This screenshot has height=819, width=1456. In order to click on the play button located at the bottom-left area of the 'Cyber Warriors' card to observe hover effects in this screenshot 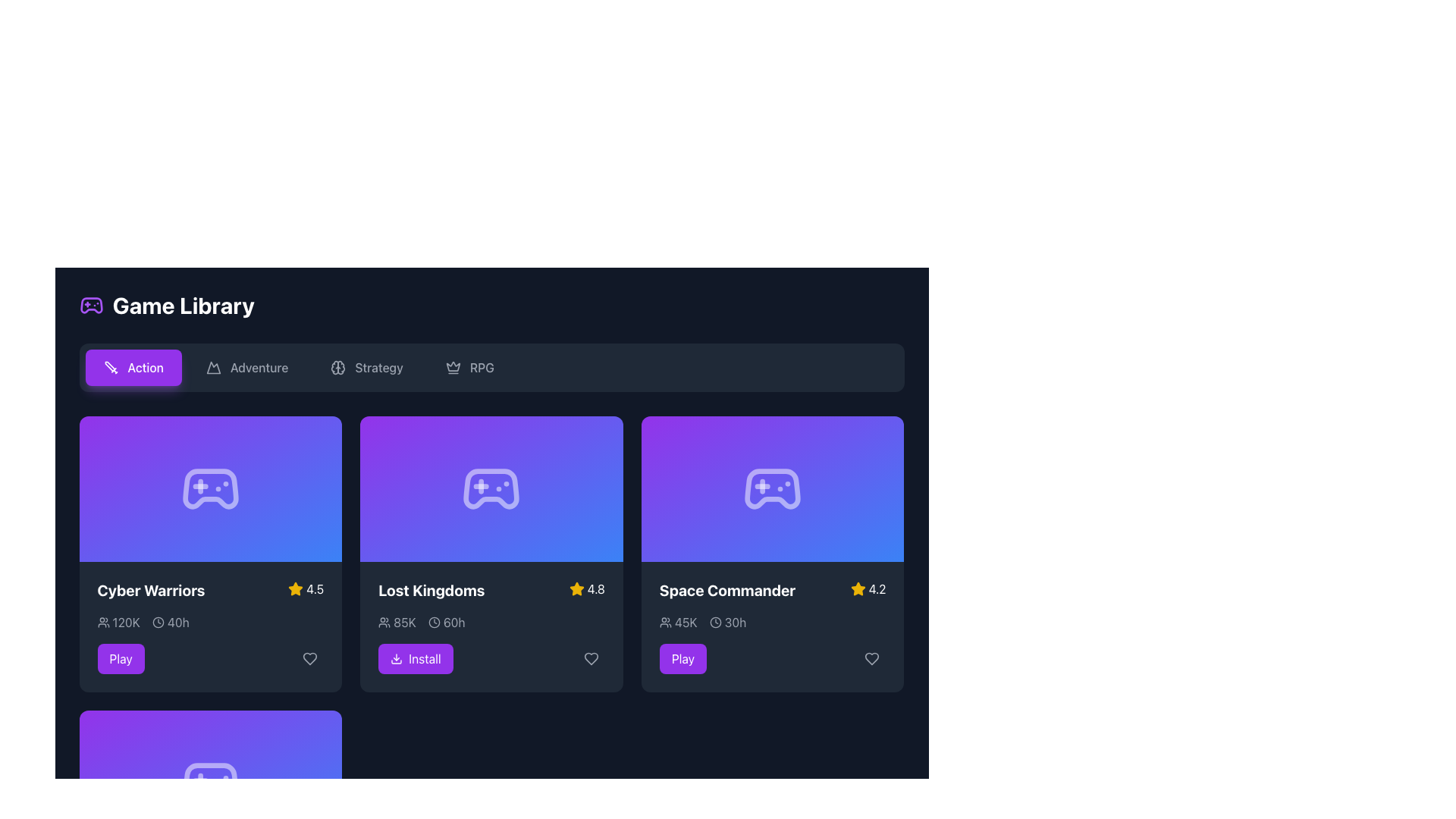, I will do `click(120, 657)`.